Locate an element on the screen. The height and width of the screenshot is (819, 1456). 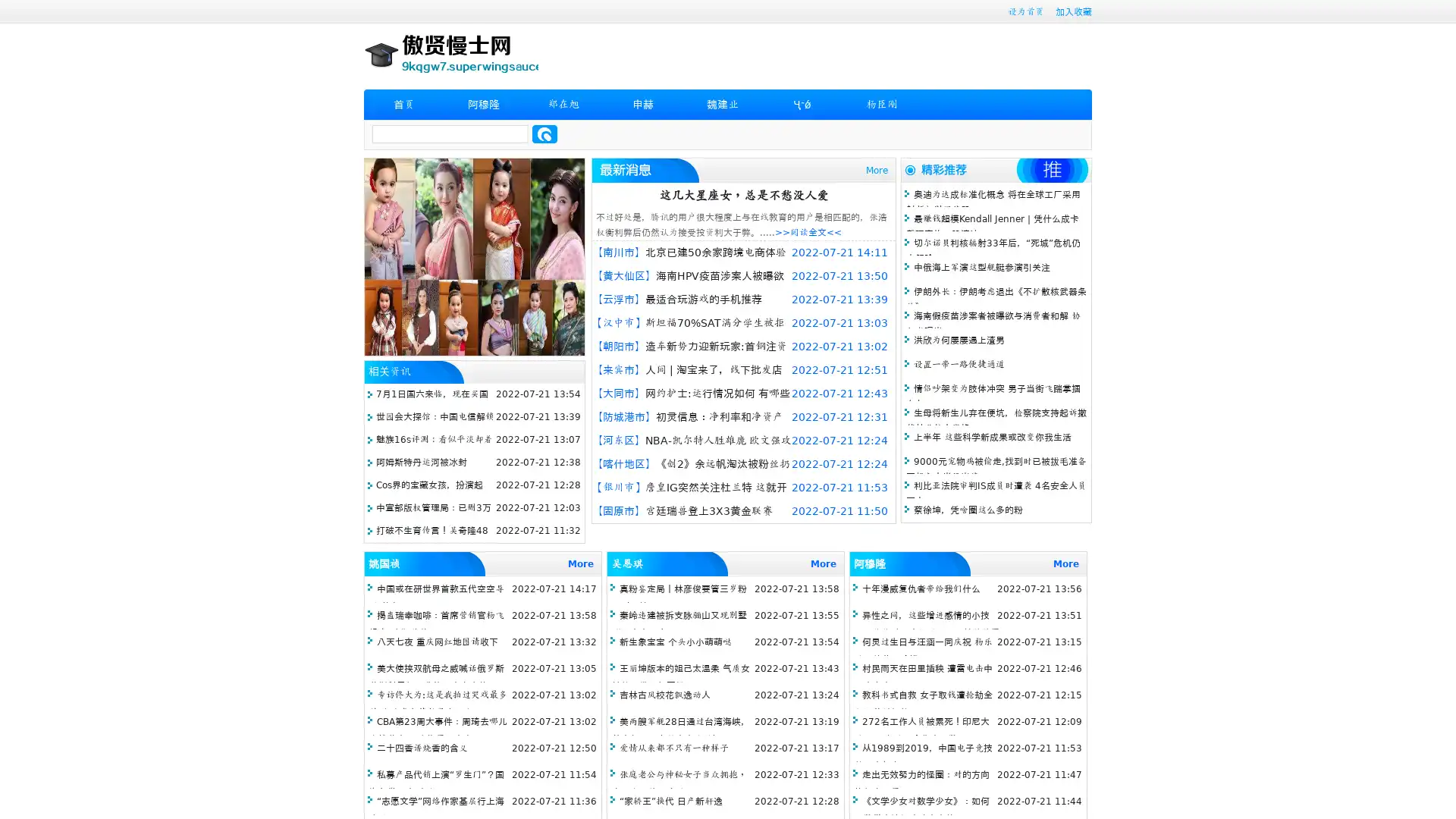
Search is located at coordinates (544, 133).